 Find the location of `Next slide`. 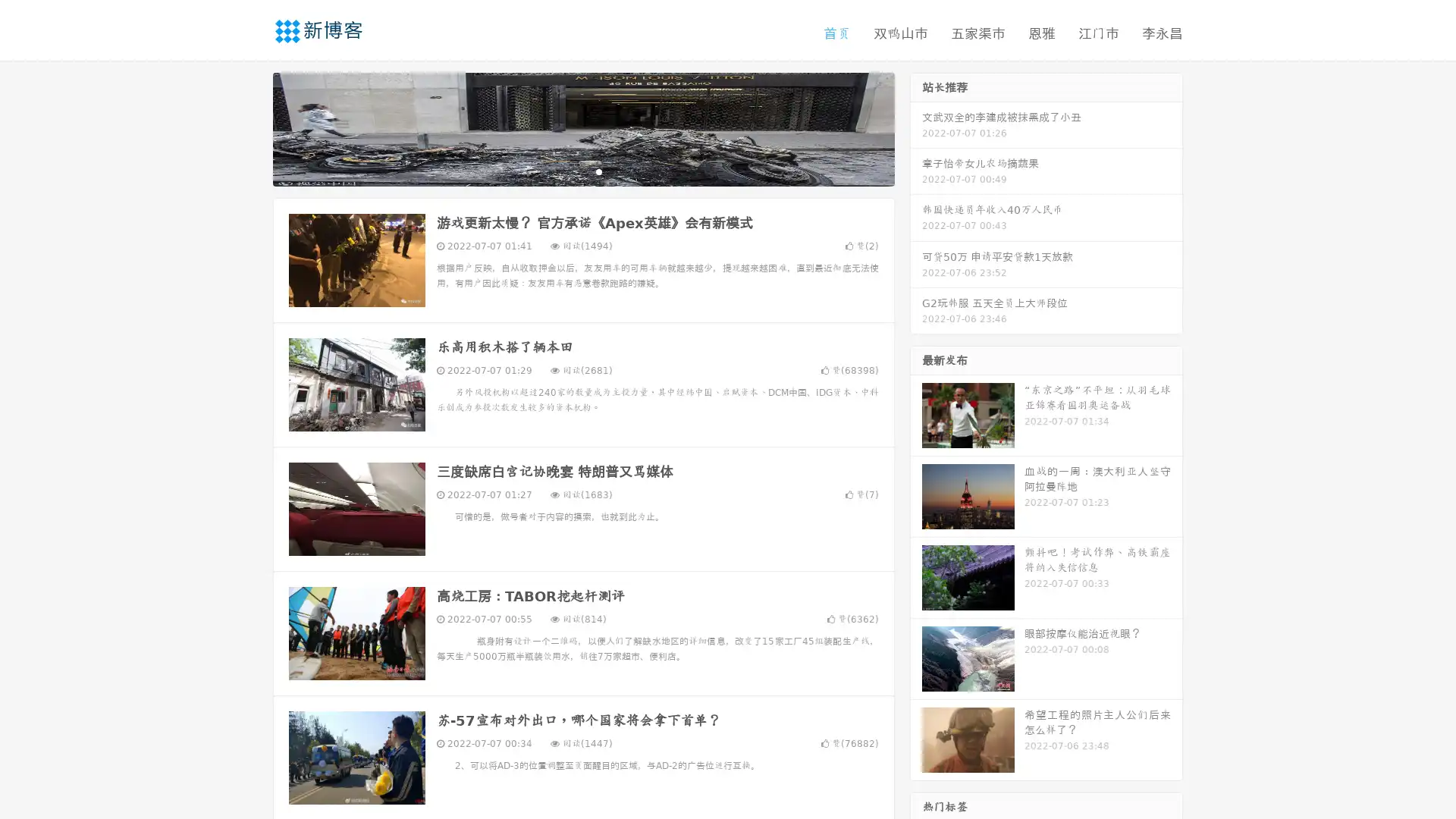

Next slide is located at coordinates (916, 127).